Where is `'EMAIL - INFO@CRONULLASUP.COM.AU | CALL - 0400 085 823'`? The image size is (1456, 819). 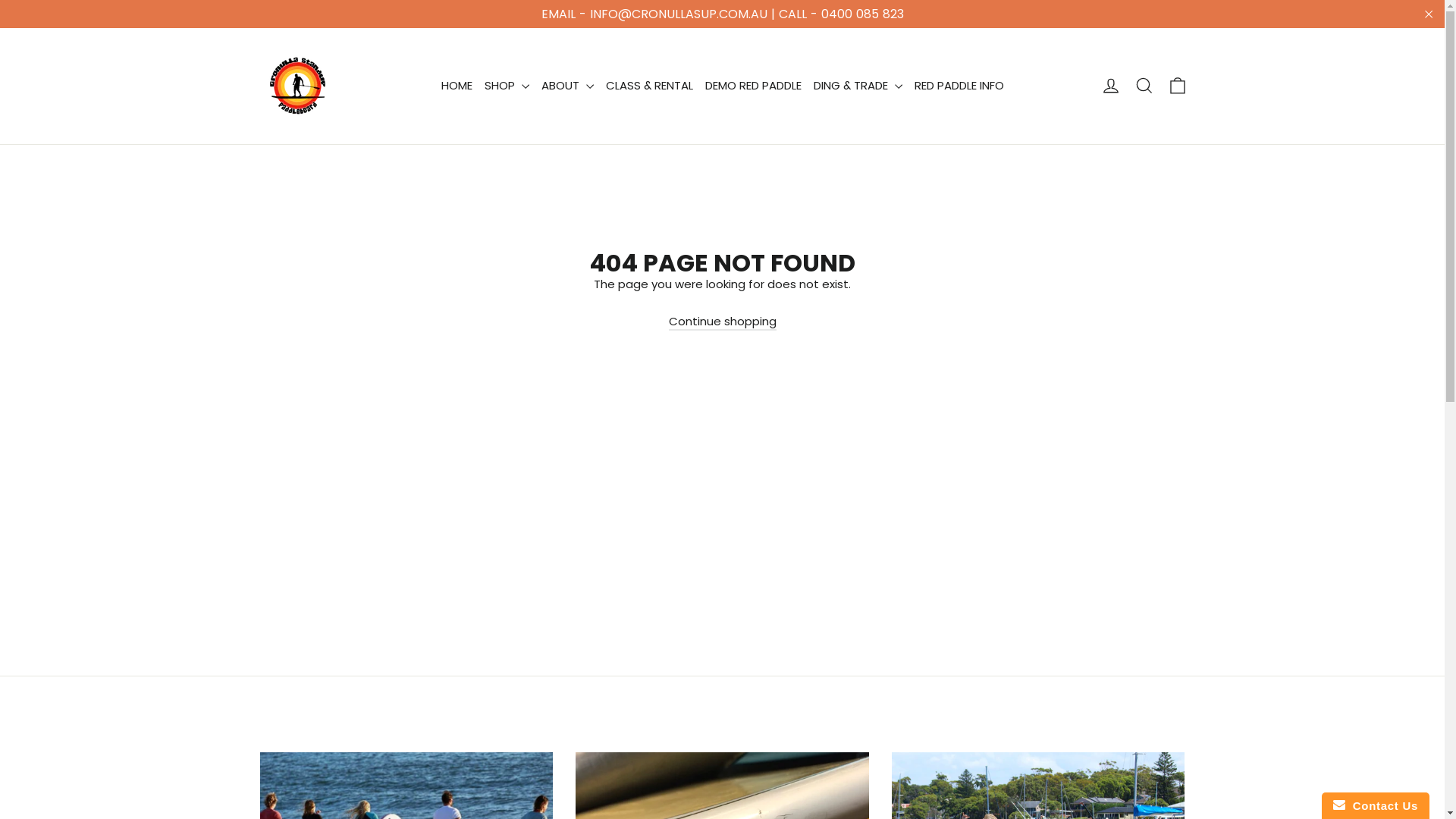 'EMAIL - INFO@CRONULLASUP.COM.AU | CALL - 0400 085 823' is located at coordinates (0, 14).